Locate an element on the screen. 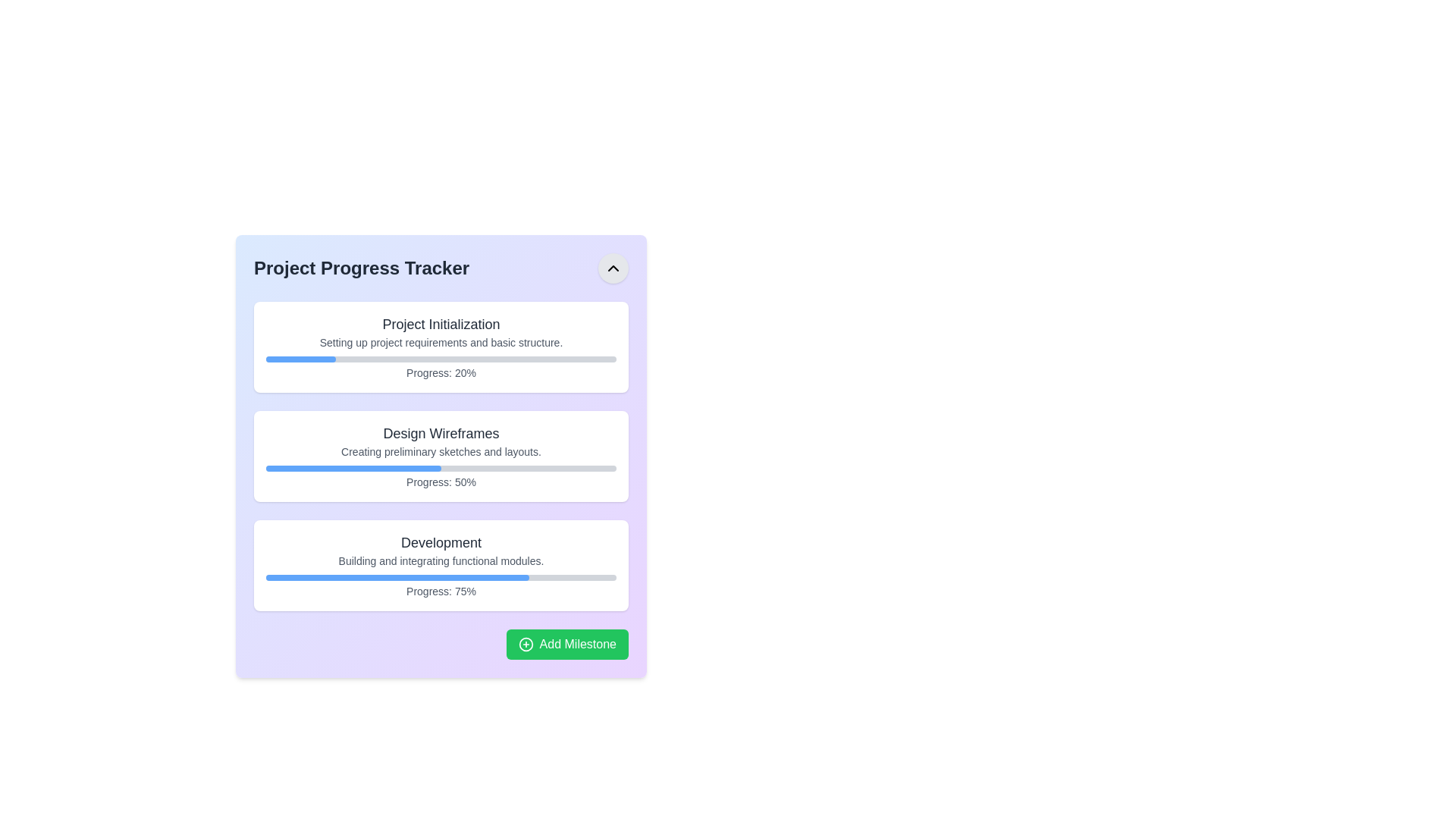  the progress visually on the filled part of the progress bar representing the 'Development' task, which indicates 75% completion is located at coordinates (397, 578).